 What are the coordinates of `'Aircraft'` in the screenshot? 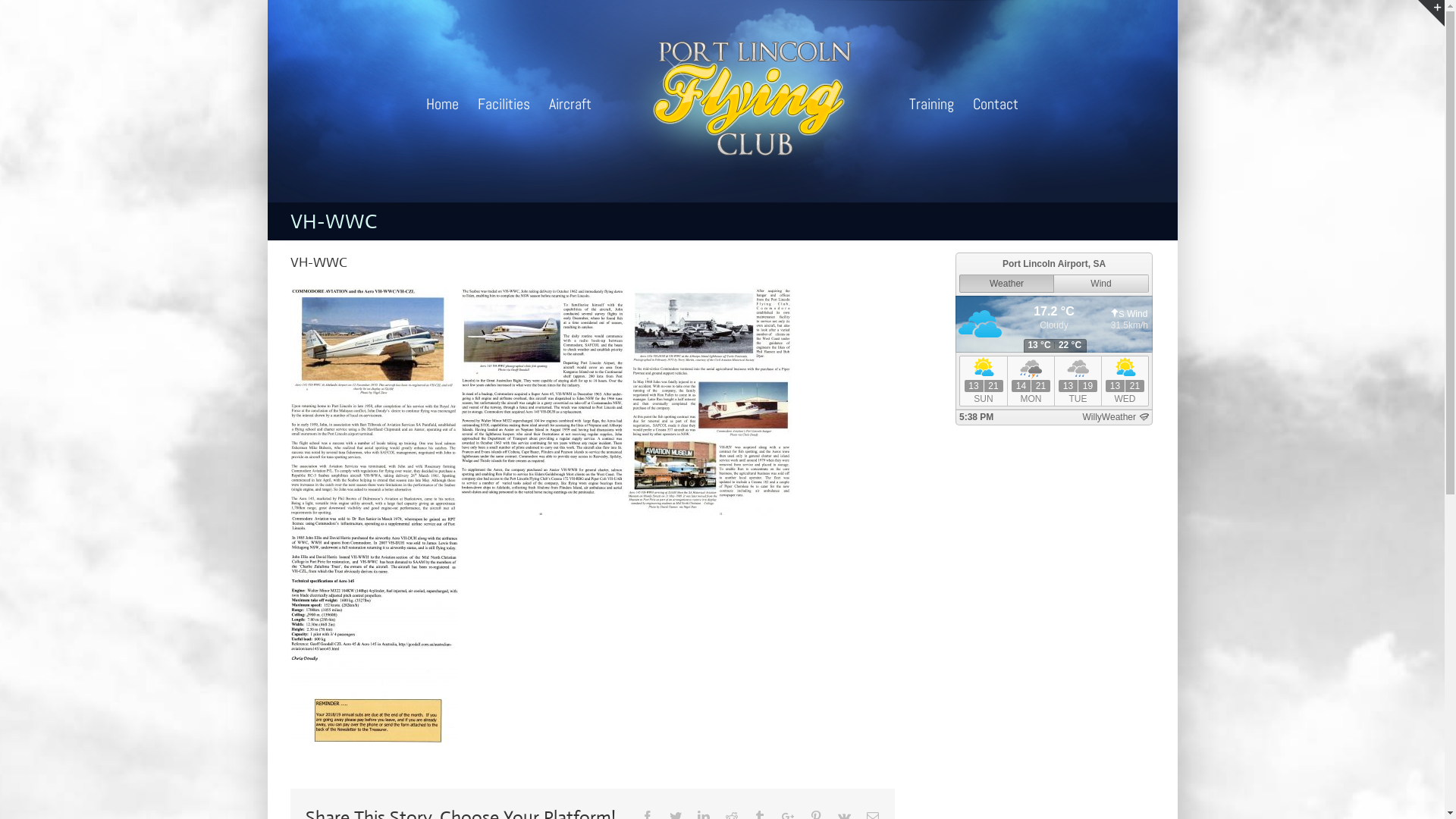 It's located at (548, 102).